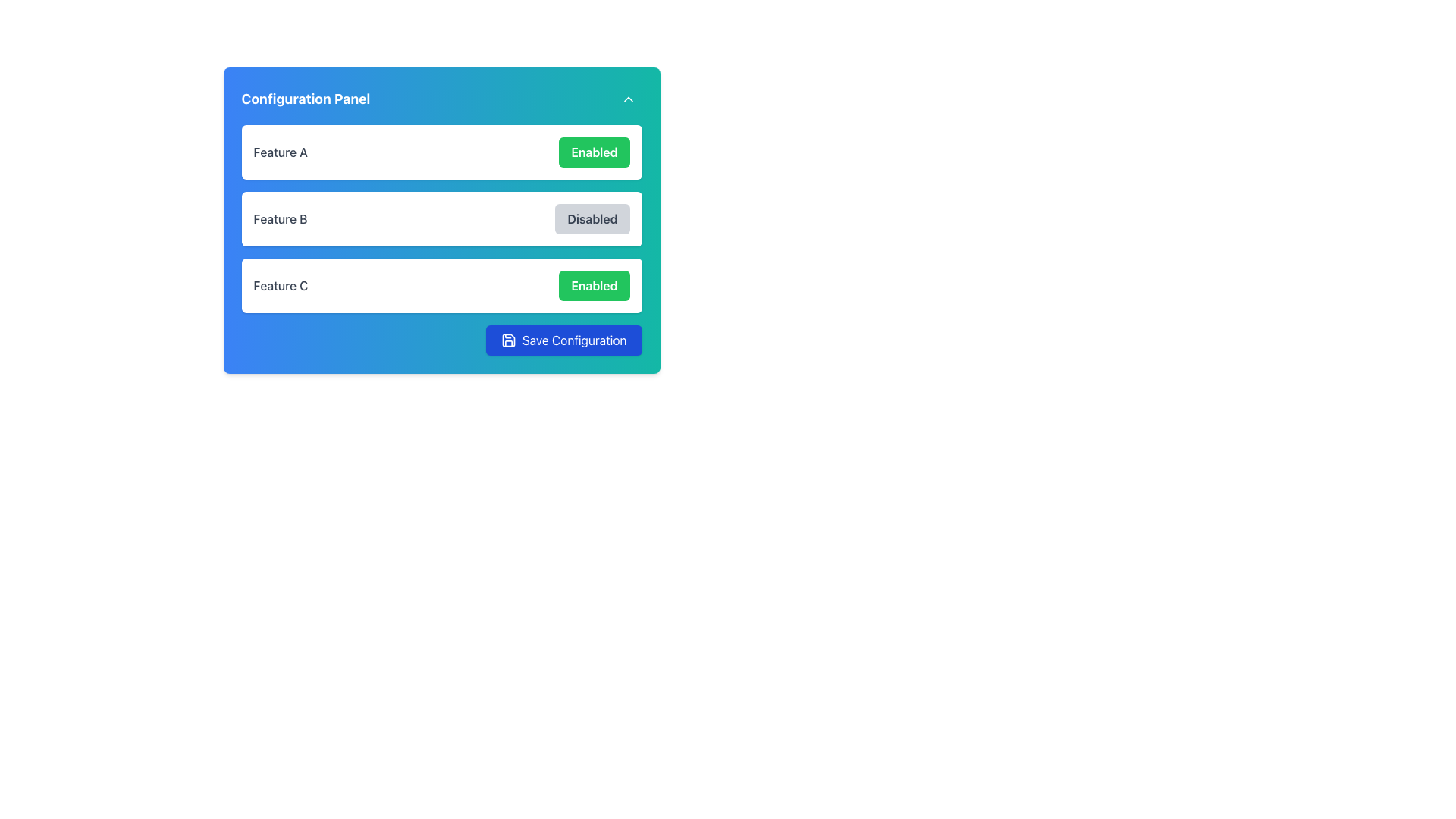 This screenshot has height=819, width=1456. What do you see at coordinates (280, 219) in the screenshot?
I see `the text label displaying 'Feature B' with gray font, located in the second row of the 'Configuration Panel' section` at bounding box center [280, 219].